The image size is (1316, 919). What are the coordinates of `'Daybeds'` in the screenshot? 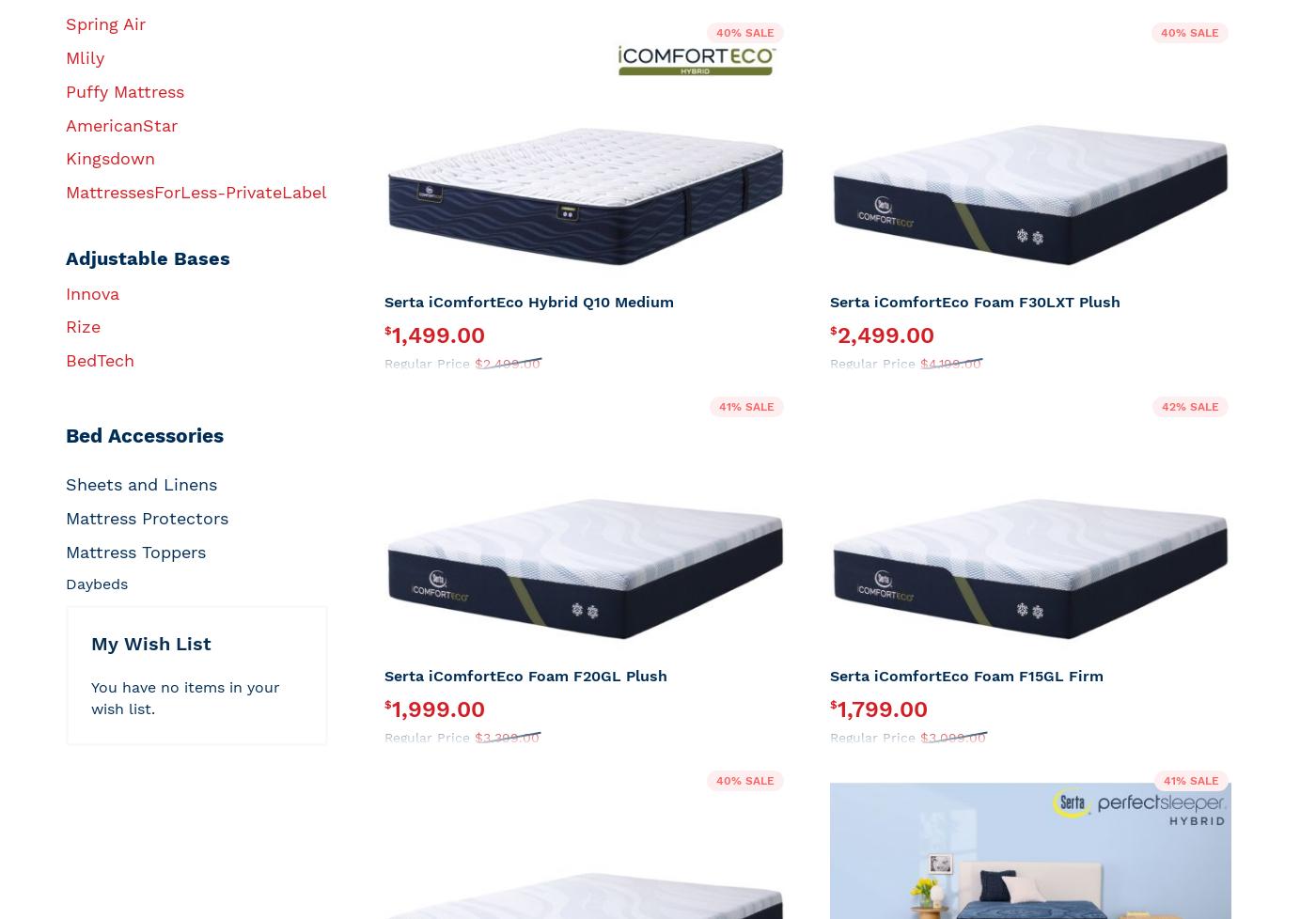 It's located at (96, 583).